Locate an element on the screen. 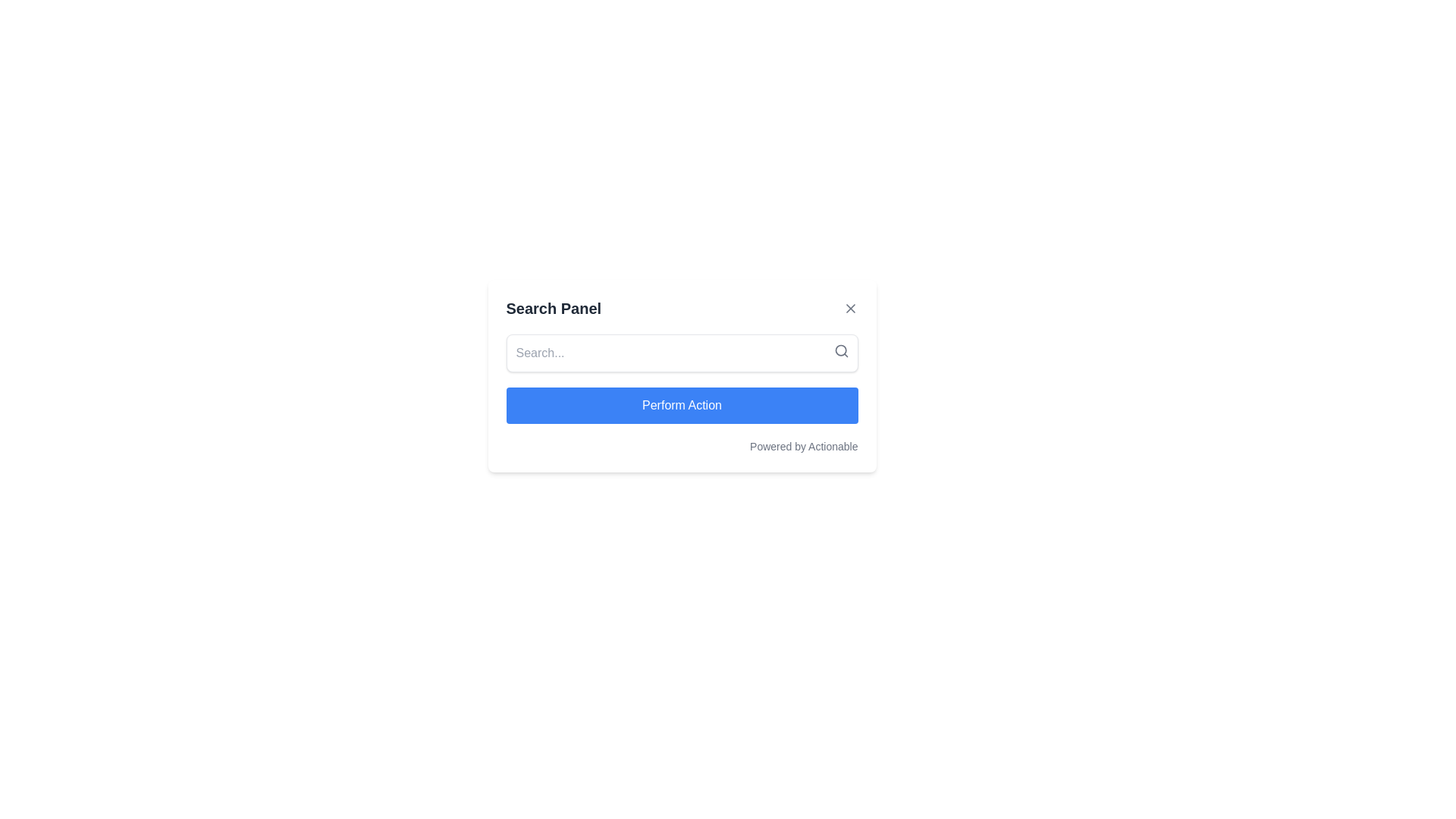 Image resolution: width=1456 pixels, height=819 pixels. the close button icon located at the top-right corner of the 'Search Panel' is located at coordinates (850, 308).